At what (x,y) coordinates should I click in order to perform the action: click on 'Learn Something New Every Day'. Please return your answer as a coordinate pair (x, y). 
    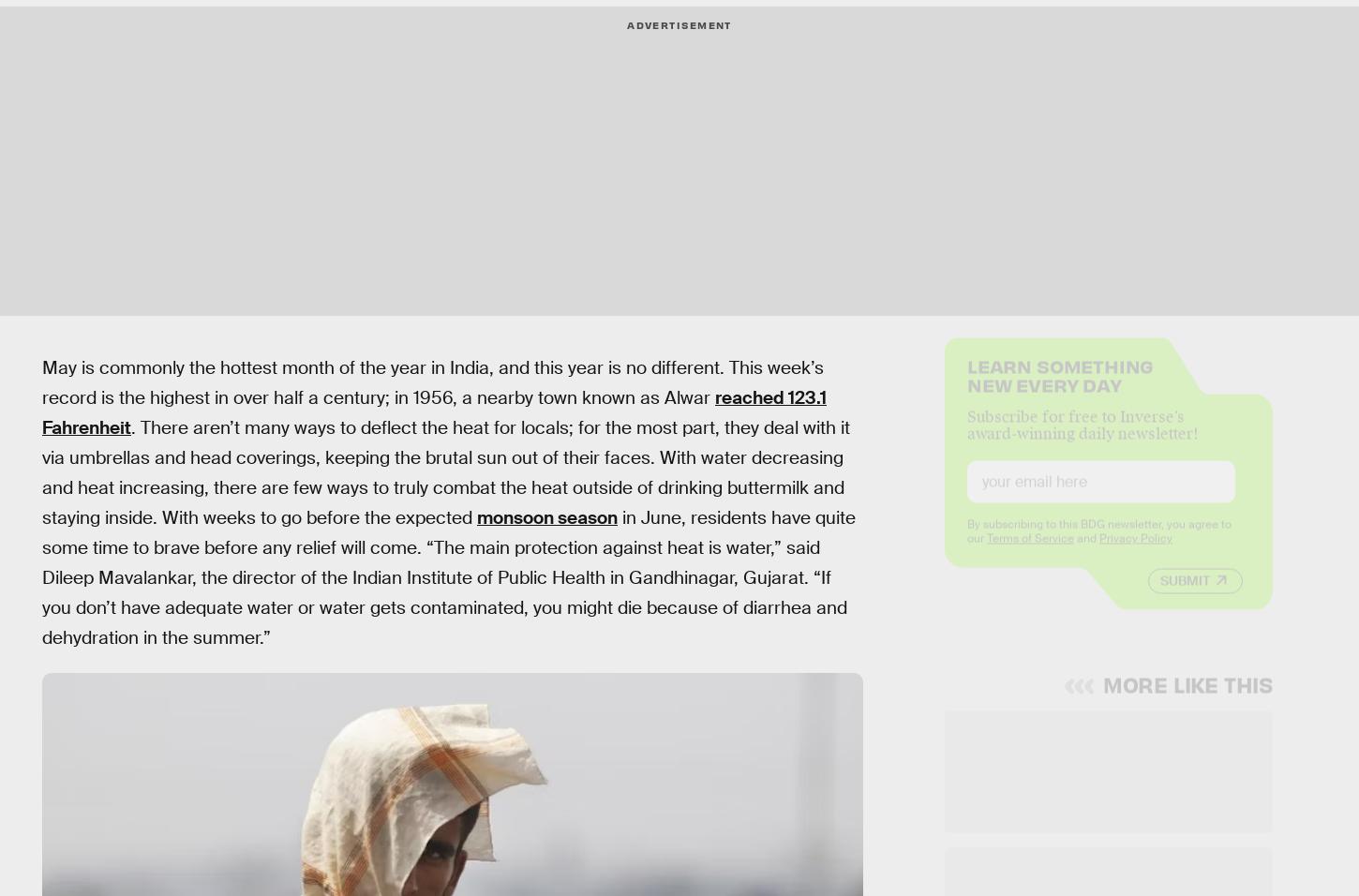
    Looking at the image, I should click on (1059, 390).